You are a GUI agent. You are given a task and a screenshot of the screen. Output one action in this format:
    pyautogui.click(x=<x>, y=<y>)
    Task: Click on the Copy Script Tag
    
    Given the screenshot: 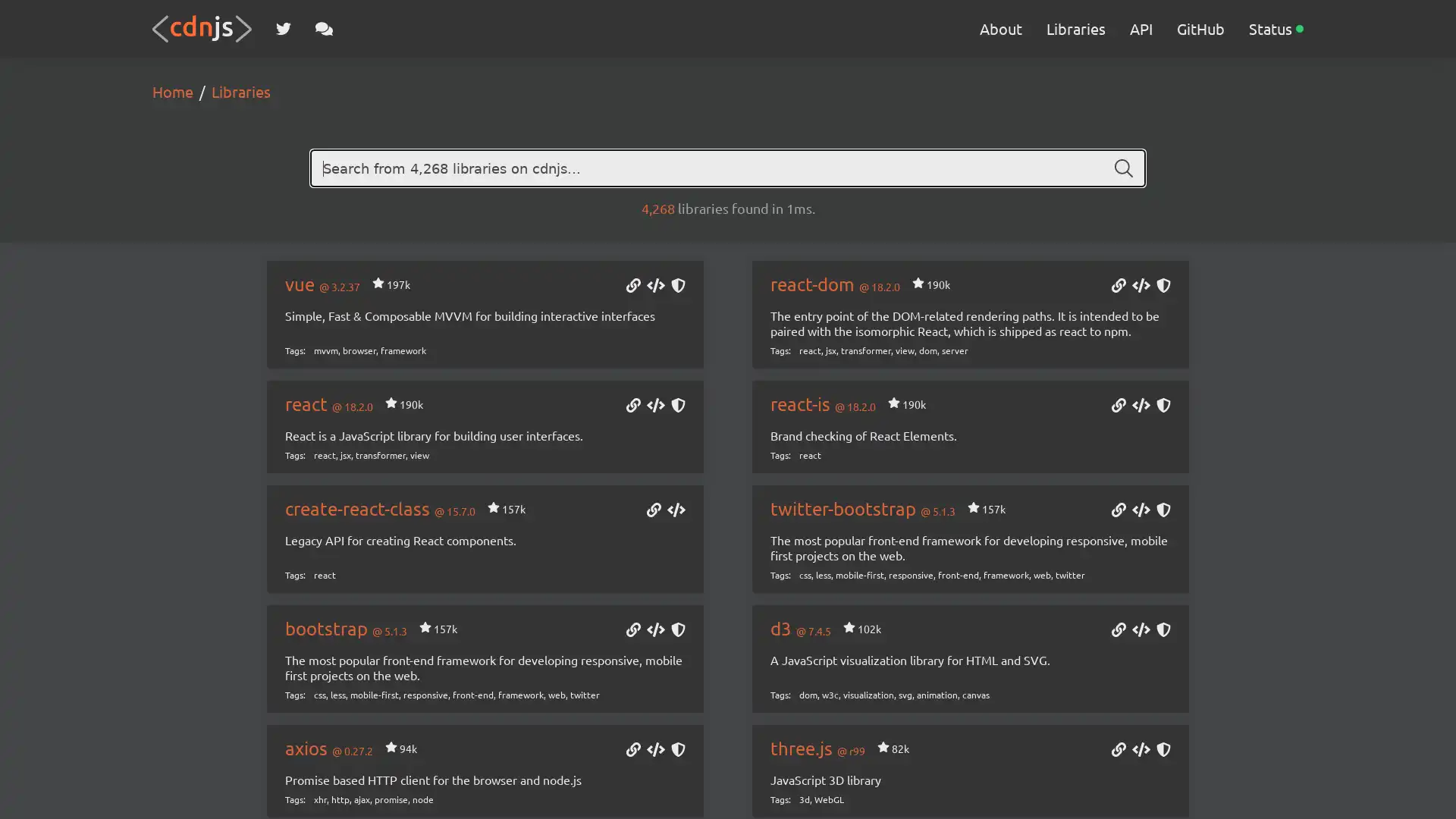 What is the action you would take?
    pyautogui.click(x=655, y=406)
    